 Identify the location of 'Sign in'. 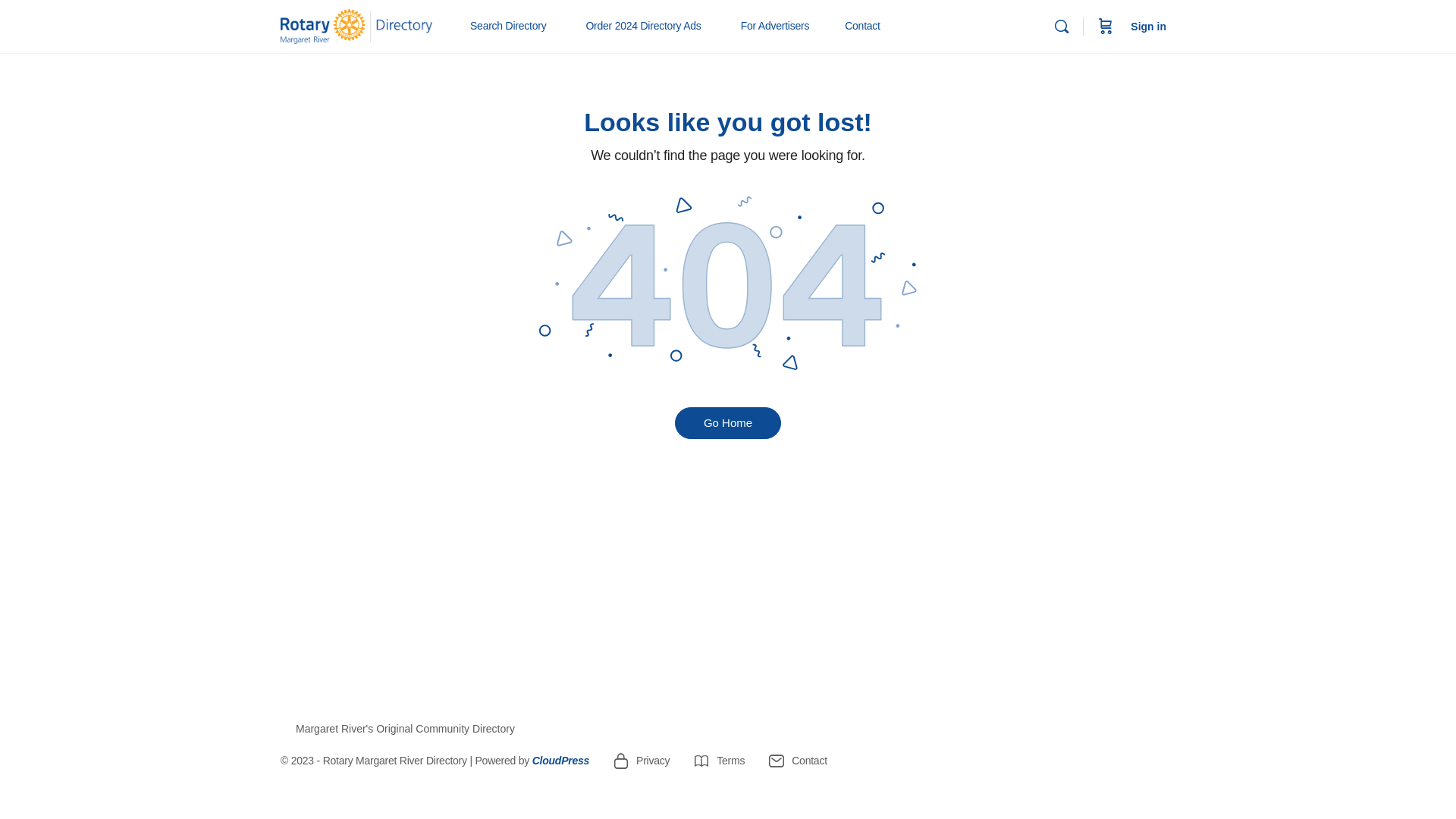
(1148, 26).